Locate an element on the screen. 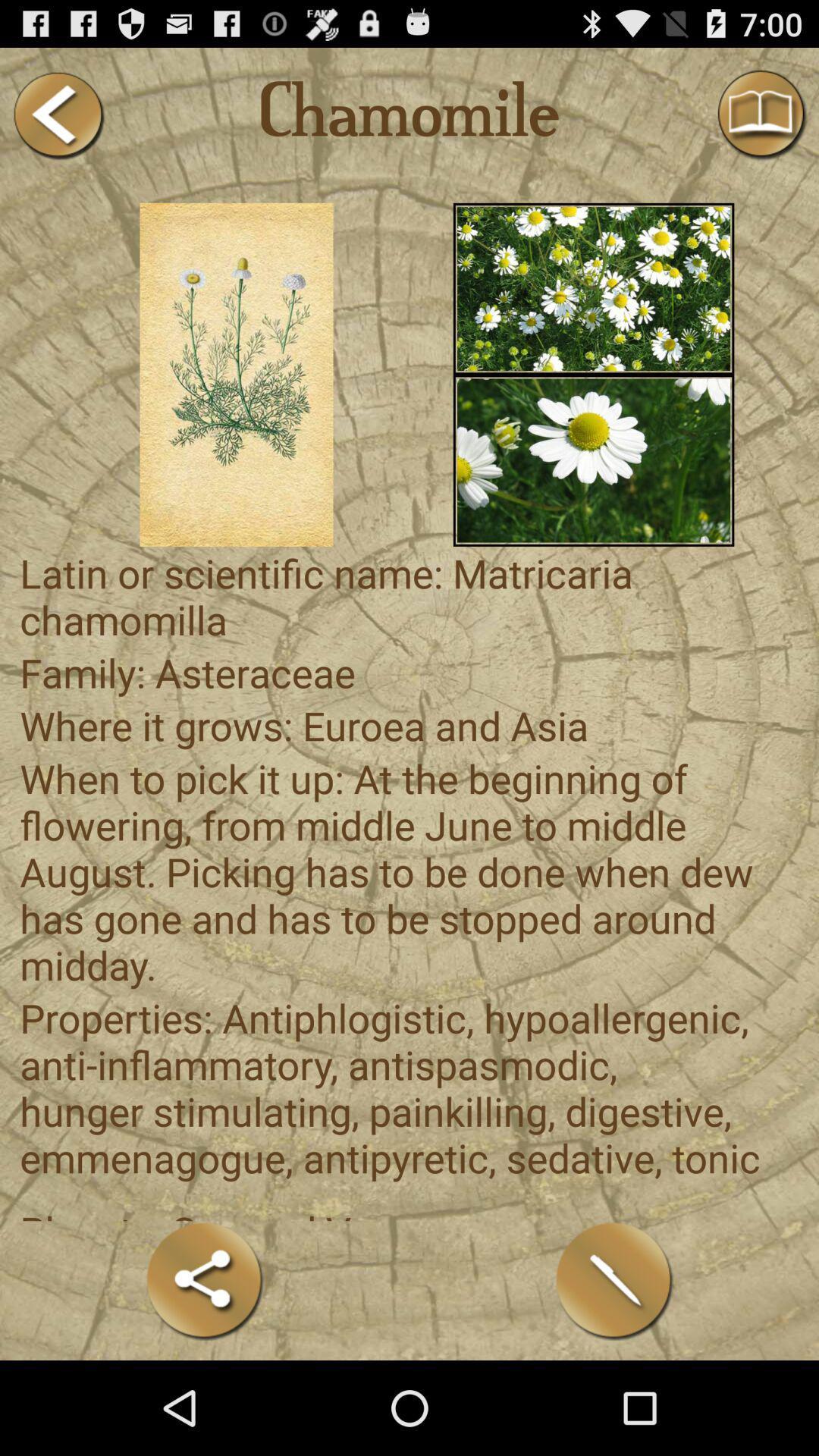  formulation is located at coordinates (614, 1280).